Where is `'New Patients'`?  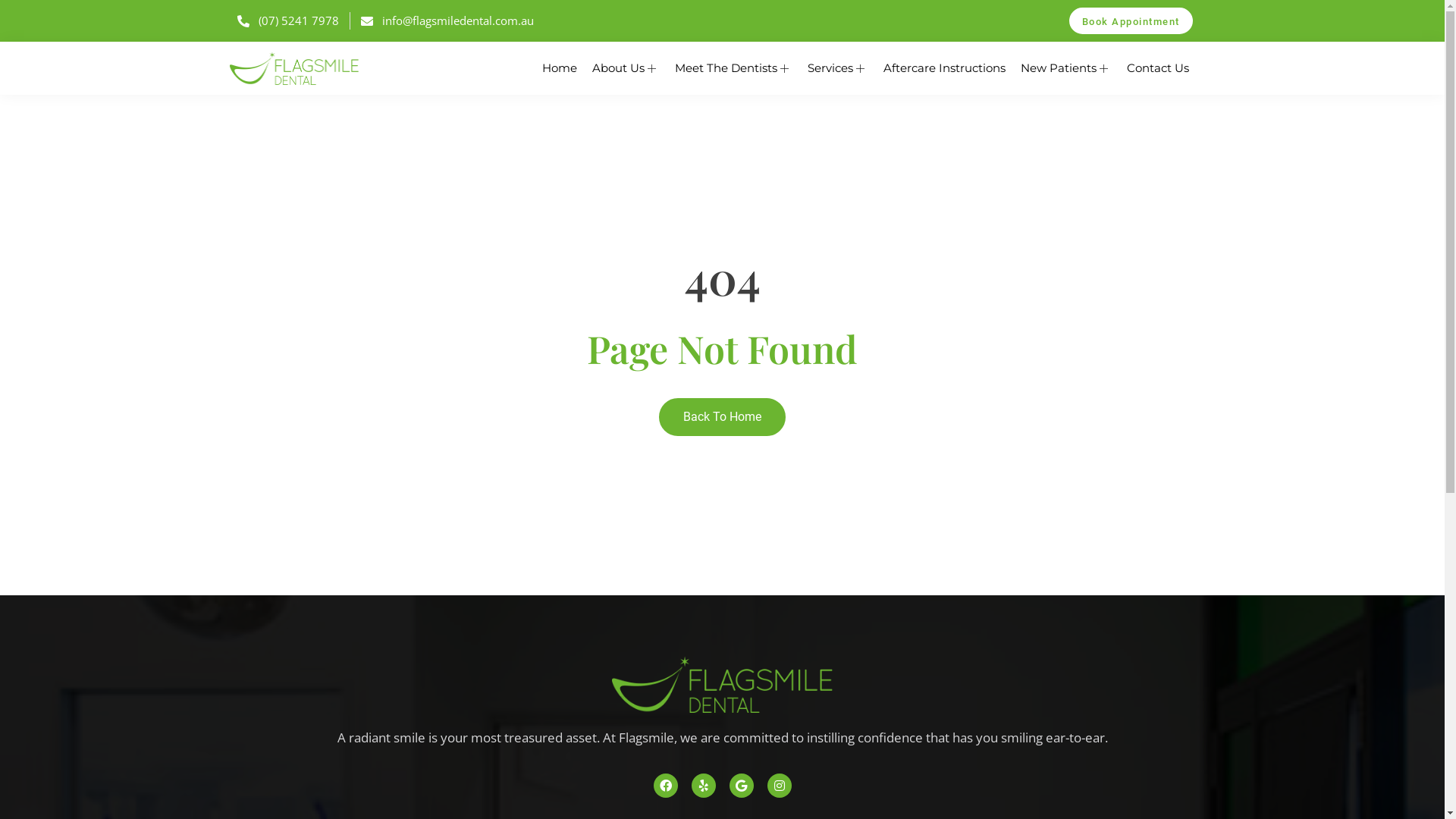 'New Patients' is located at coordinates (1065, 67).